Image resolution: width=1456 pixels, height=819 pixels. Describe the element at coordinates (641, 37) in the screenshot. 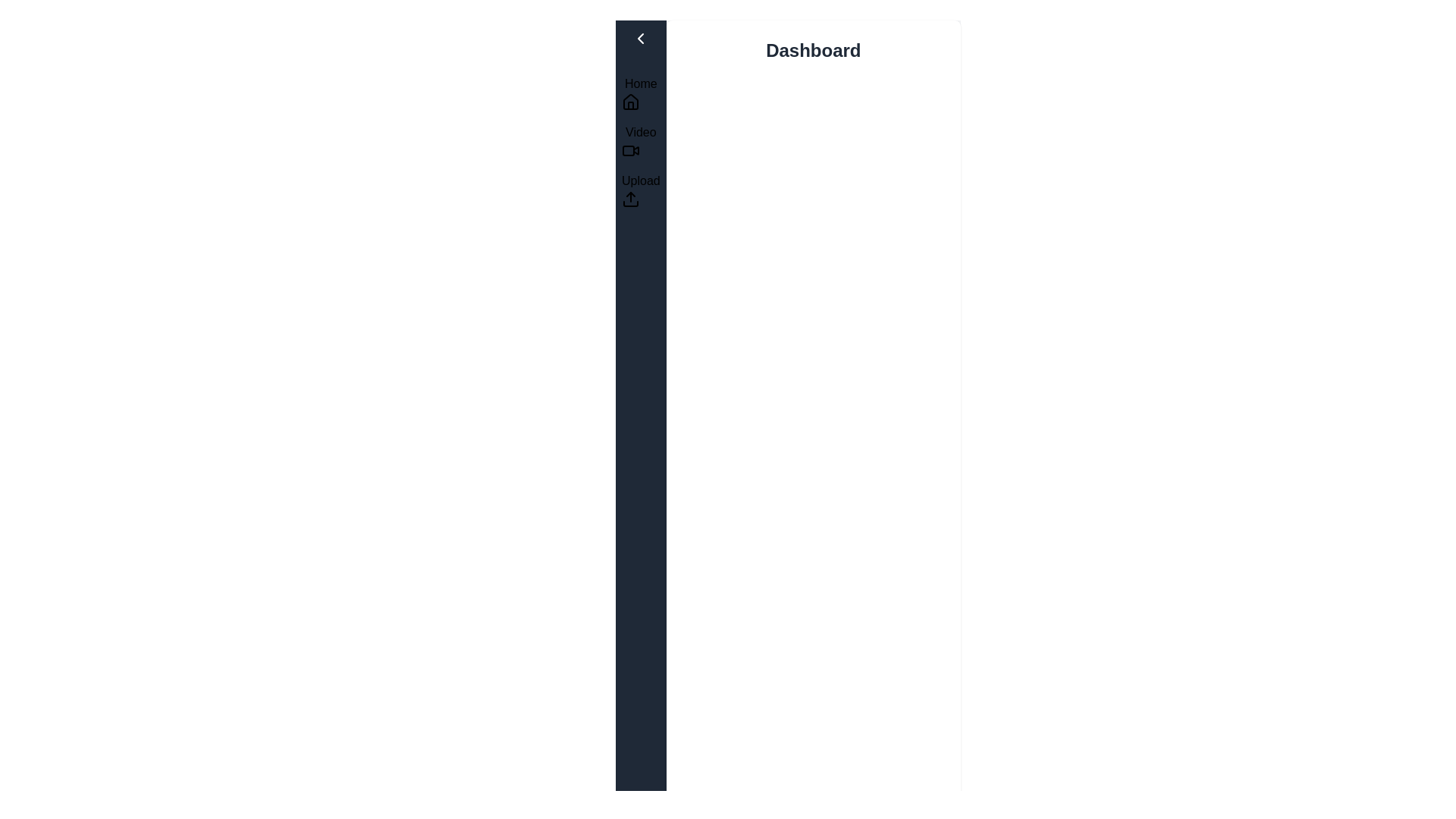

I see `the chevron icon button located at the top-left corner of the sidebar` at that location.